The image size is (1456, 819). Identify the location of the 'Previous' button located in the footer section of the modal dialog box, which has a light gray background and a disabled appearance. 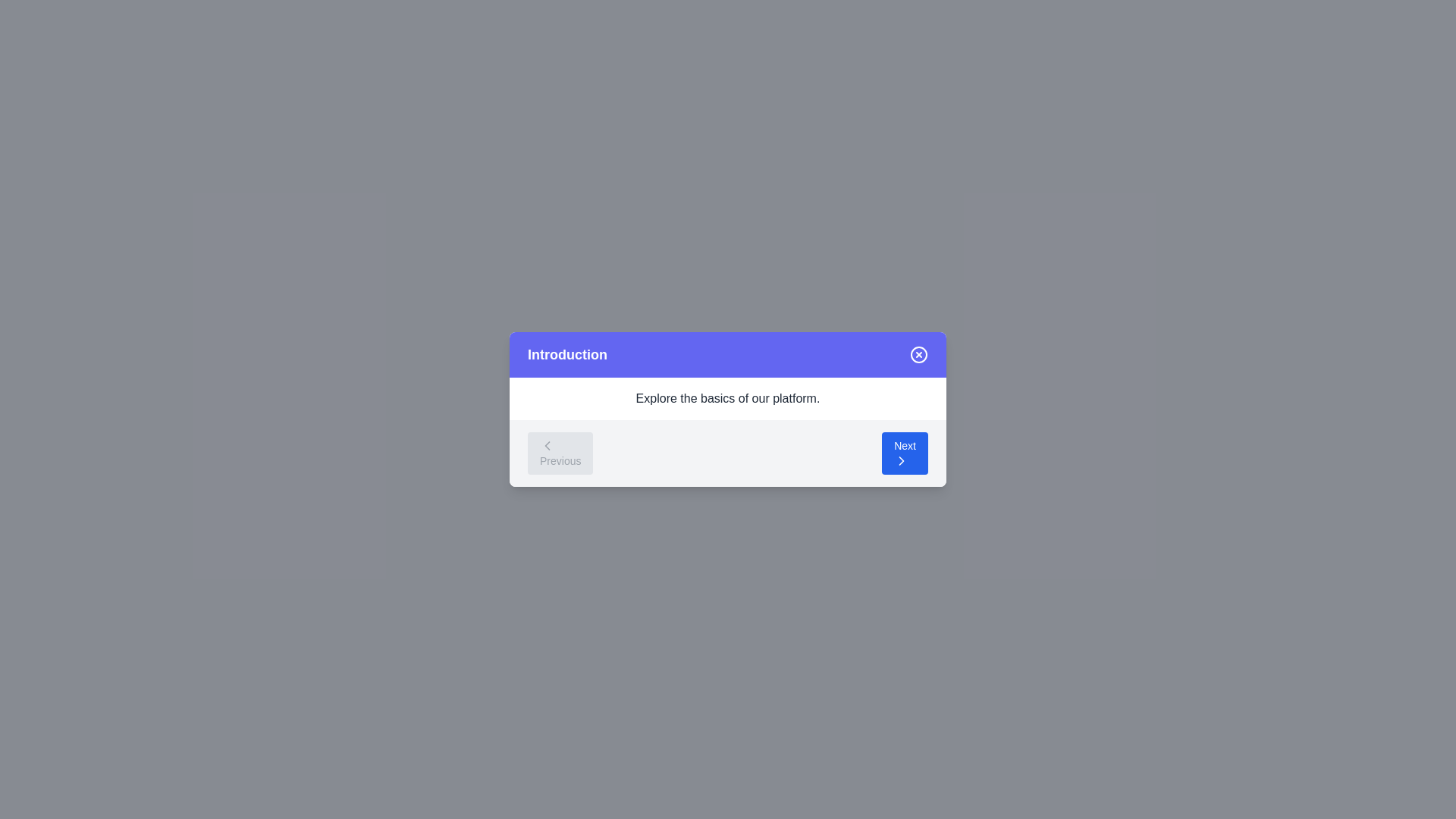
(560, 452).